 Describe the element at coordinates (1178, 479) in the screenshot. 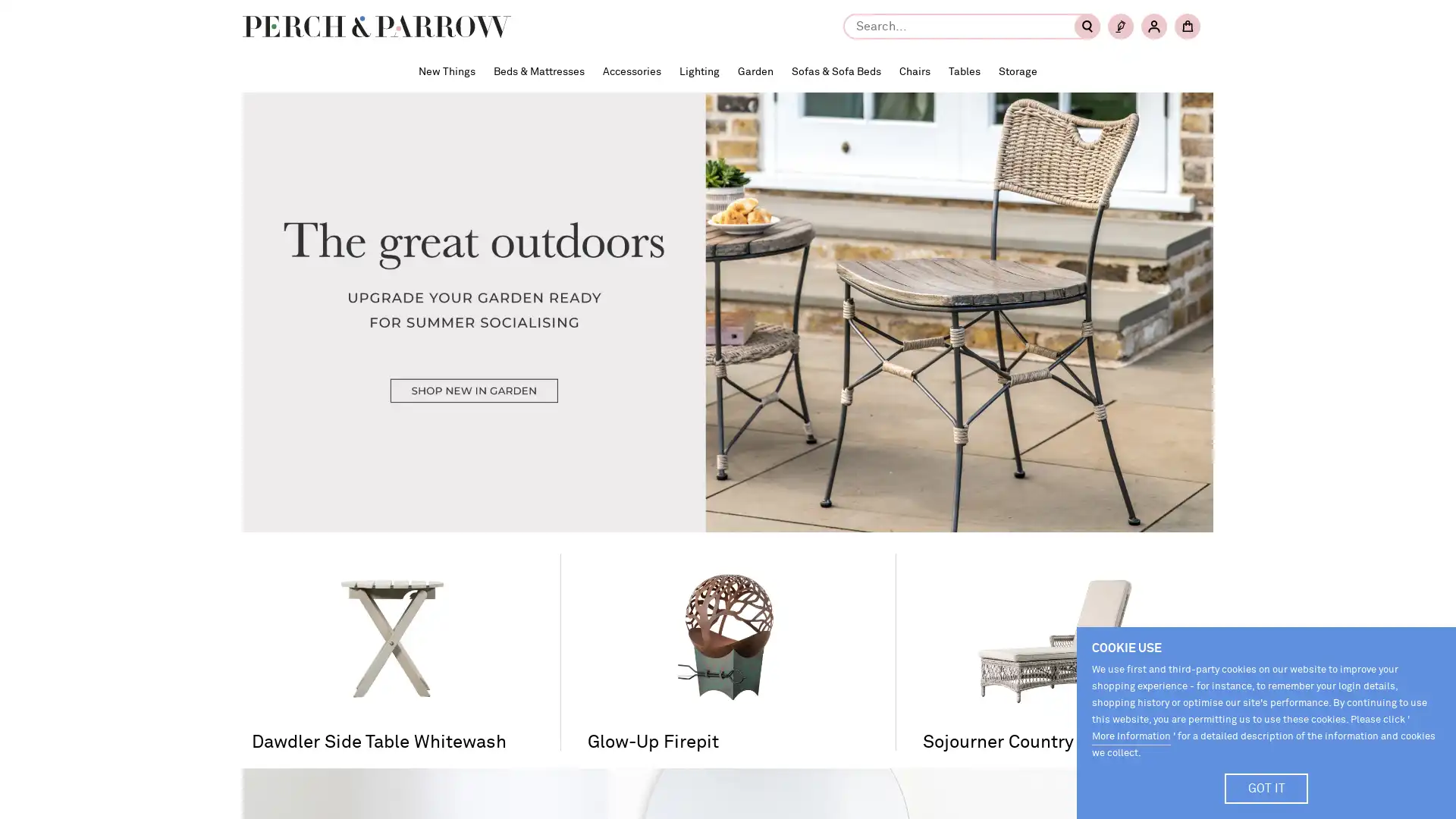

I see `Next` at that location.